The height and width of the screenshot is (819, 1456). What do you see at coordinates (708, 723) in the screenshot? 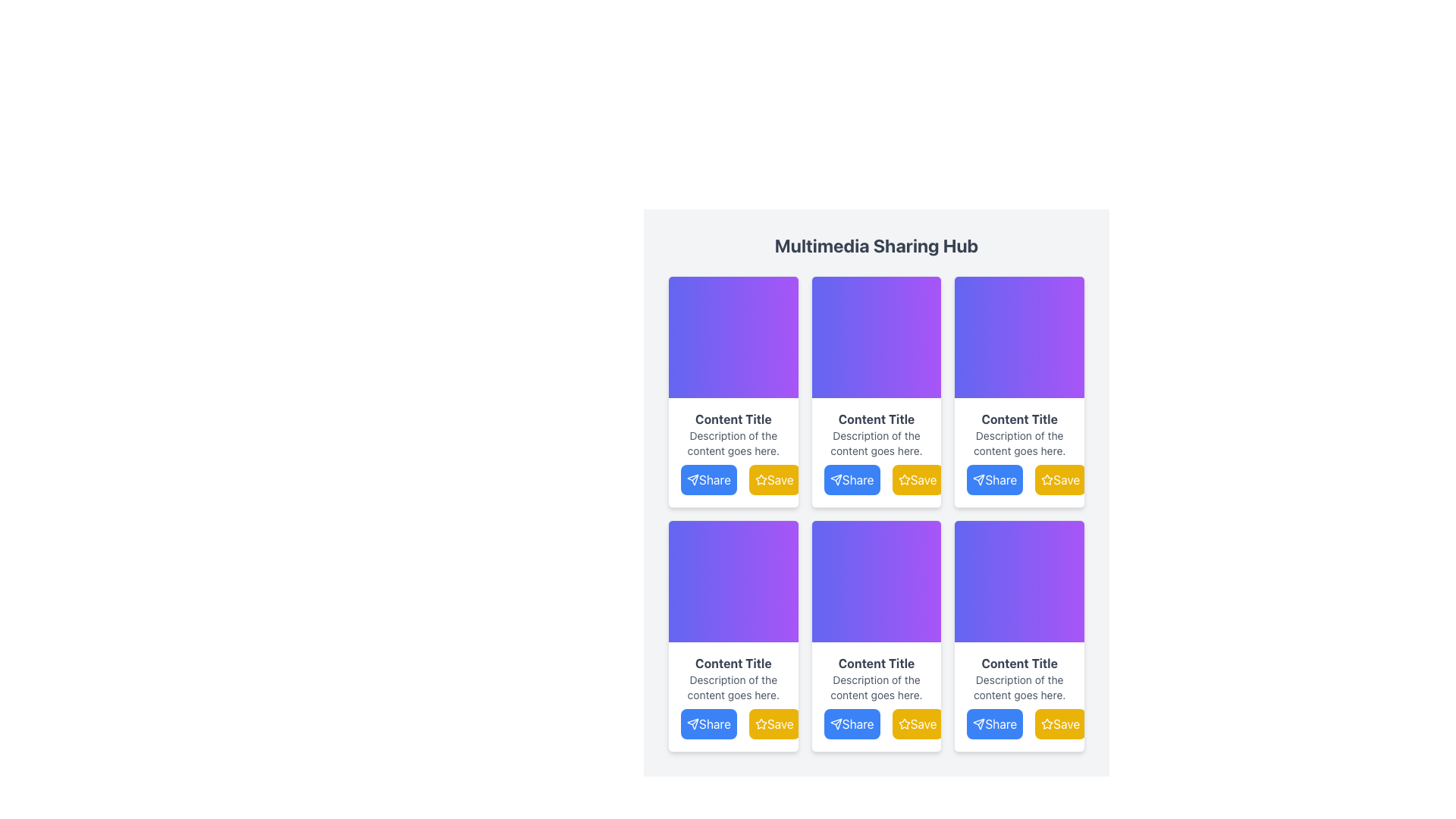
I see `the 'Share' button located at the bottom left part of the content card in the second row and first column of a 3x3 grid layout` at bounding box center [708, 723].